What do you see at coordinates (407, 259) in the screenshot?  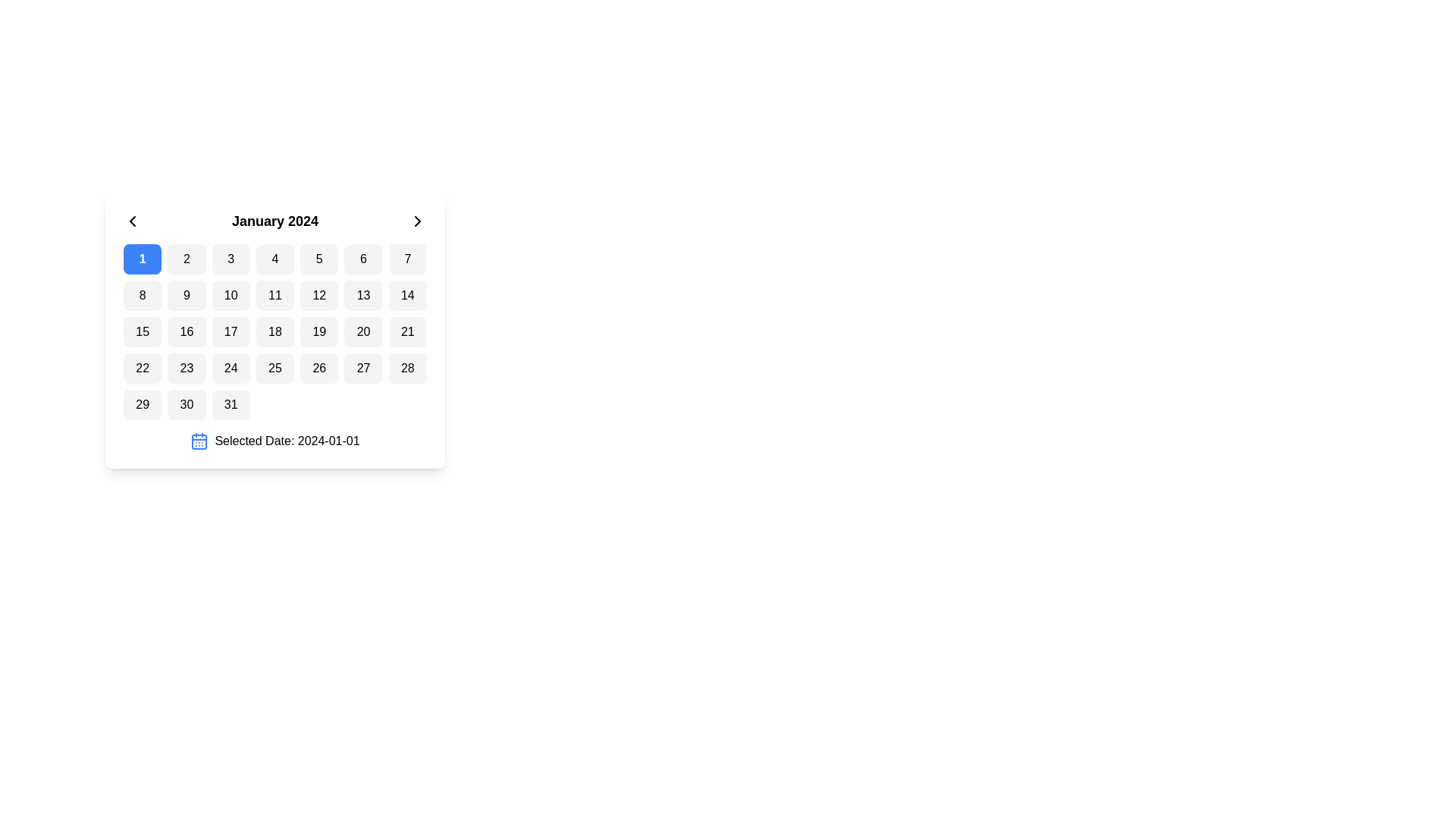 I see `the interactive calendar day cell representing the date '7', located in the first row of the calendar grid` at bounding box center [407, 259].